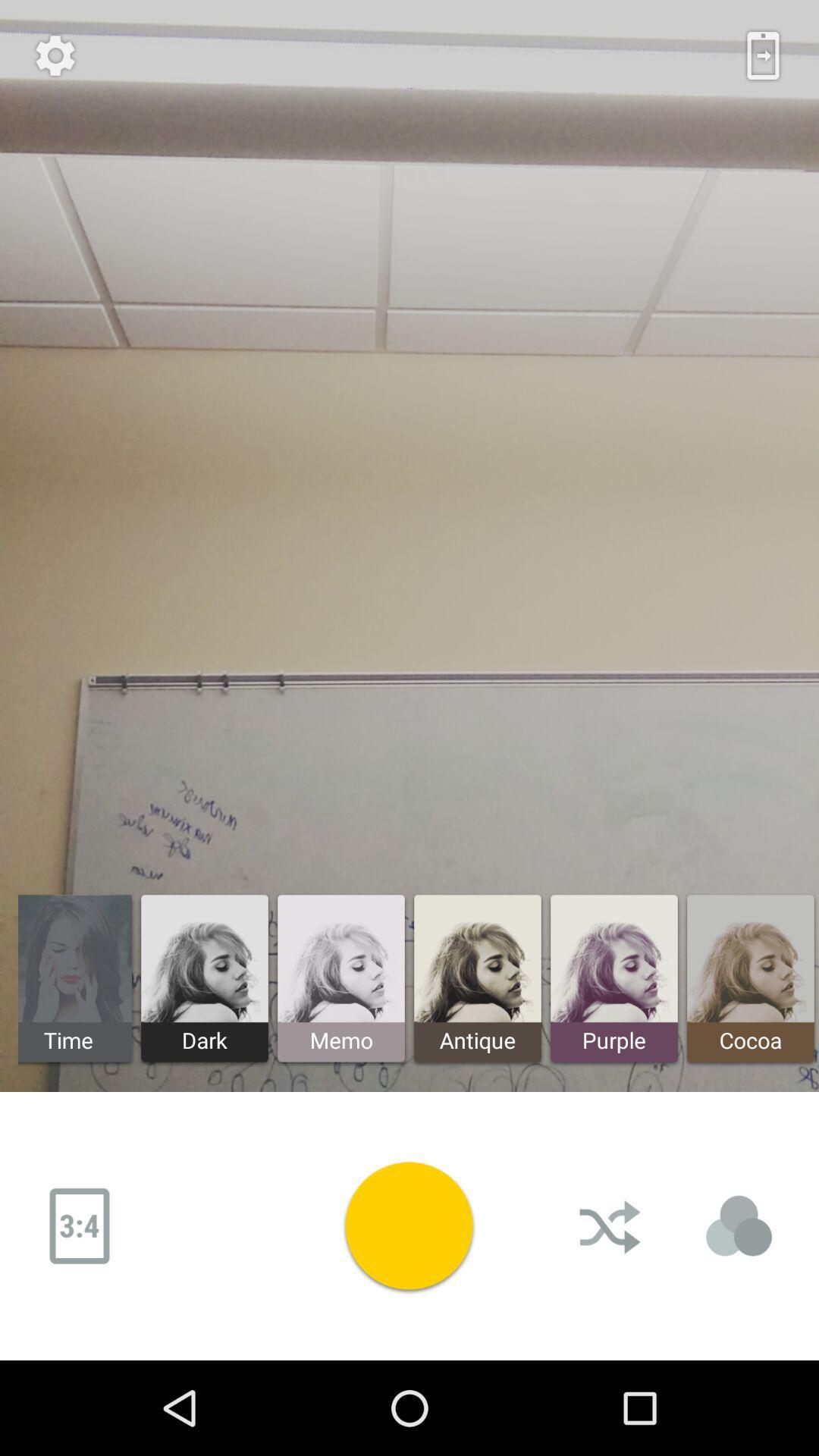 This screenshot has width=819, height=1456. What do you see at coordinates (75, 959) in the screenshot?
I see `the image above time` at bounding box center [75, 959].